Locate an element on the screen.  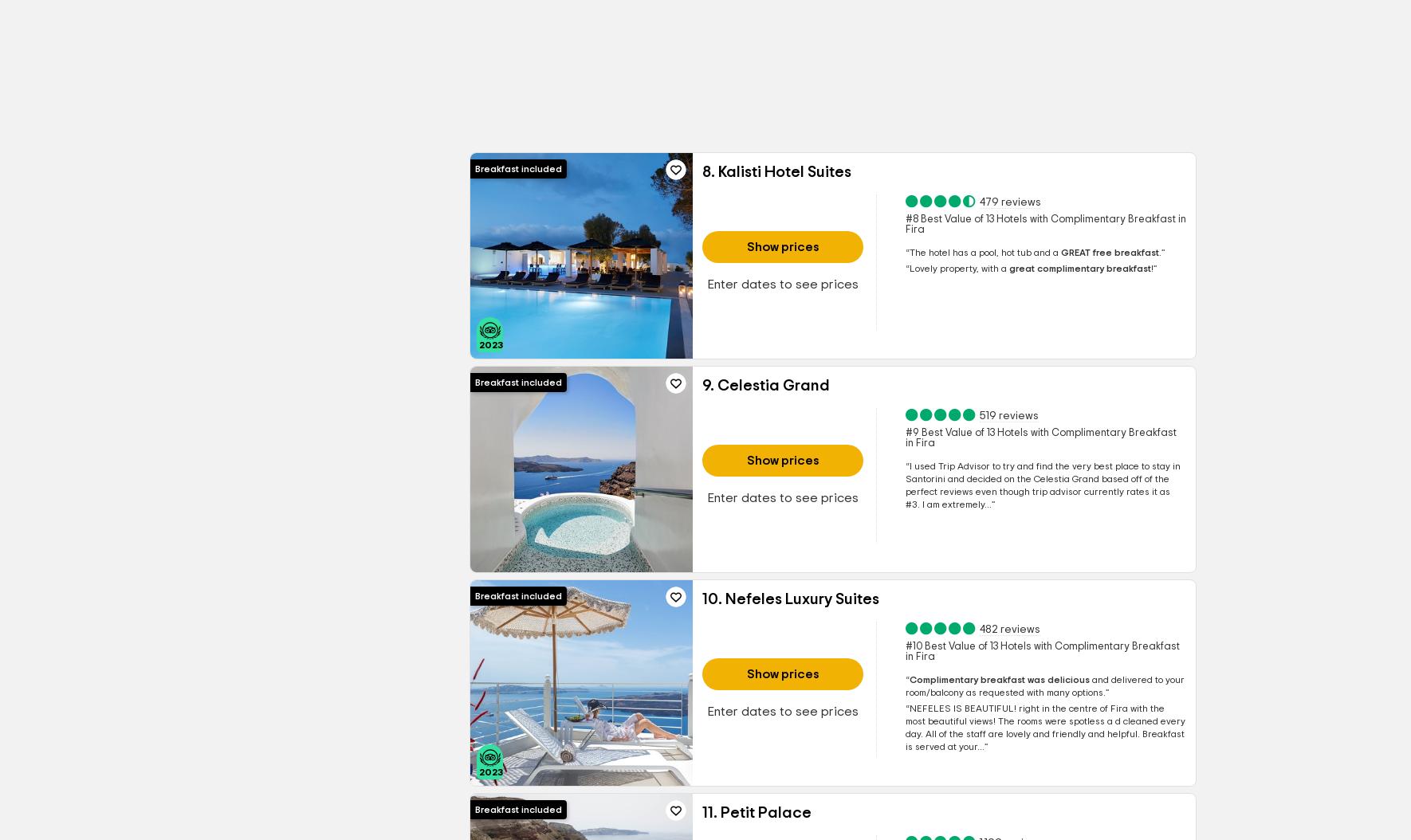
'The hotel' is located at coordinates (929, 253).